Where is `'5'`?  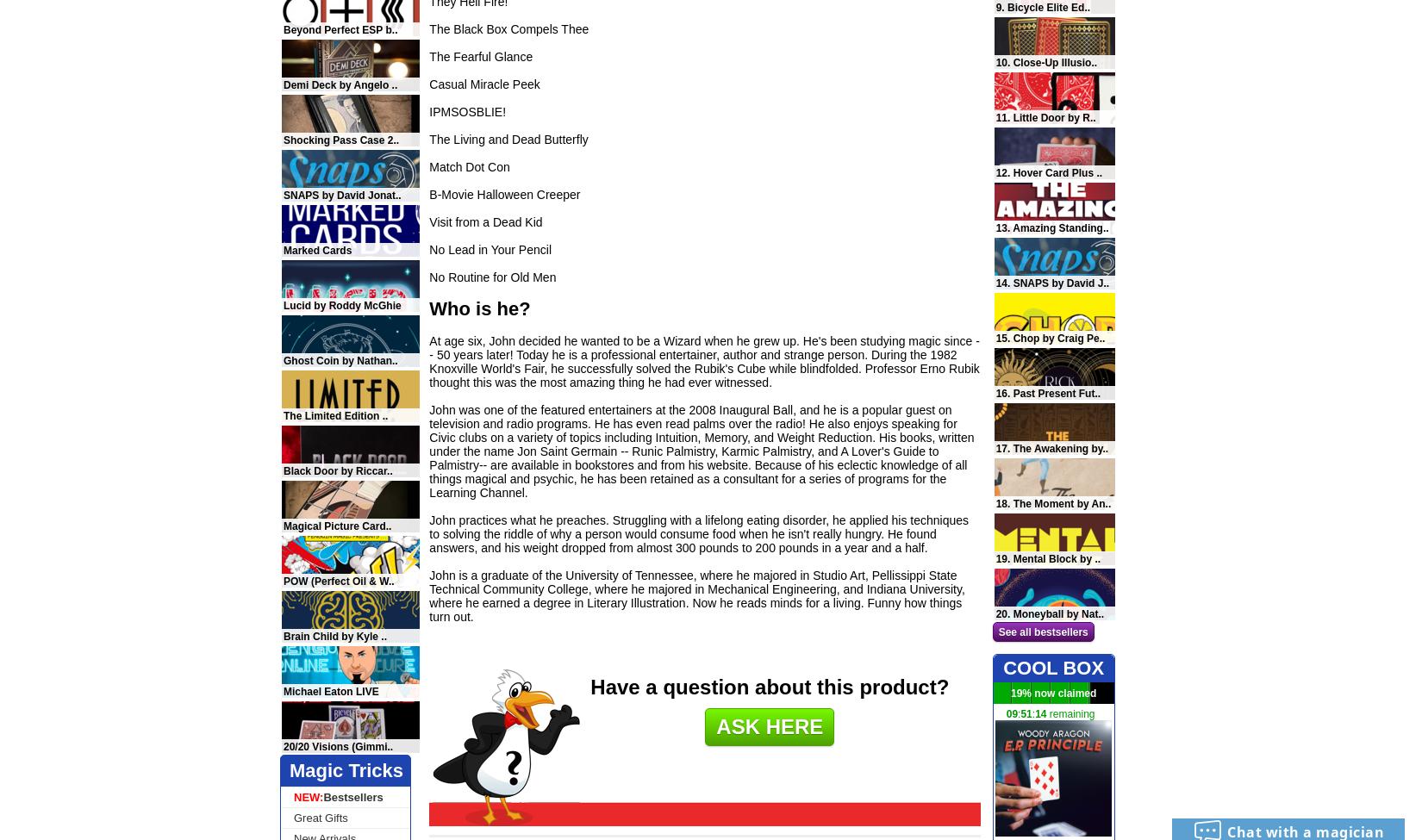 '5' is located at coordinates (1023, 714).